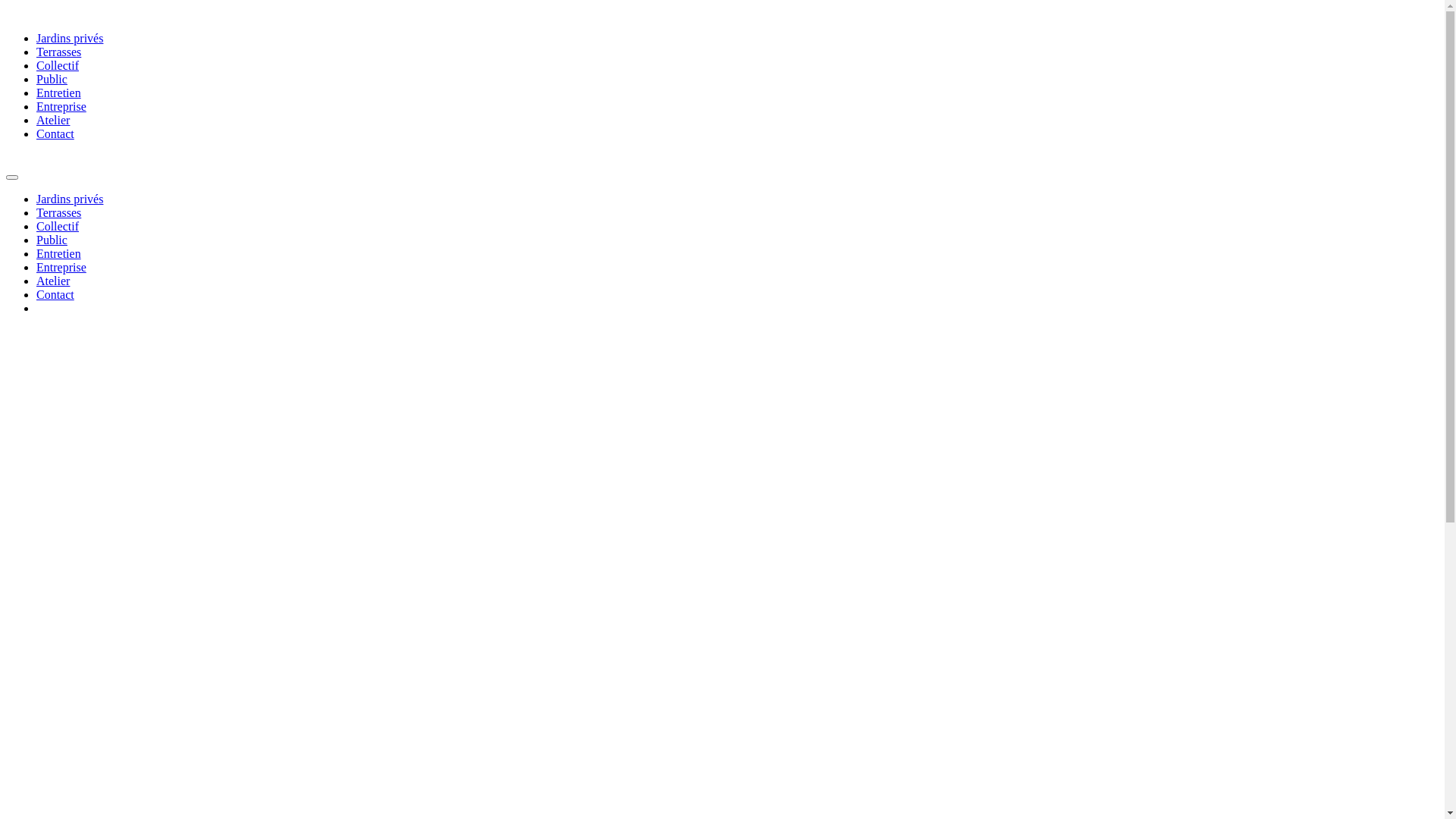  I want to click on 'Collectif', so click(58, 64).